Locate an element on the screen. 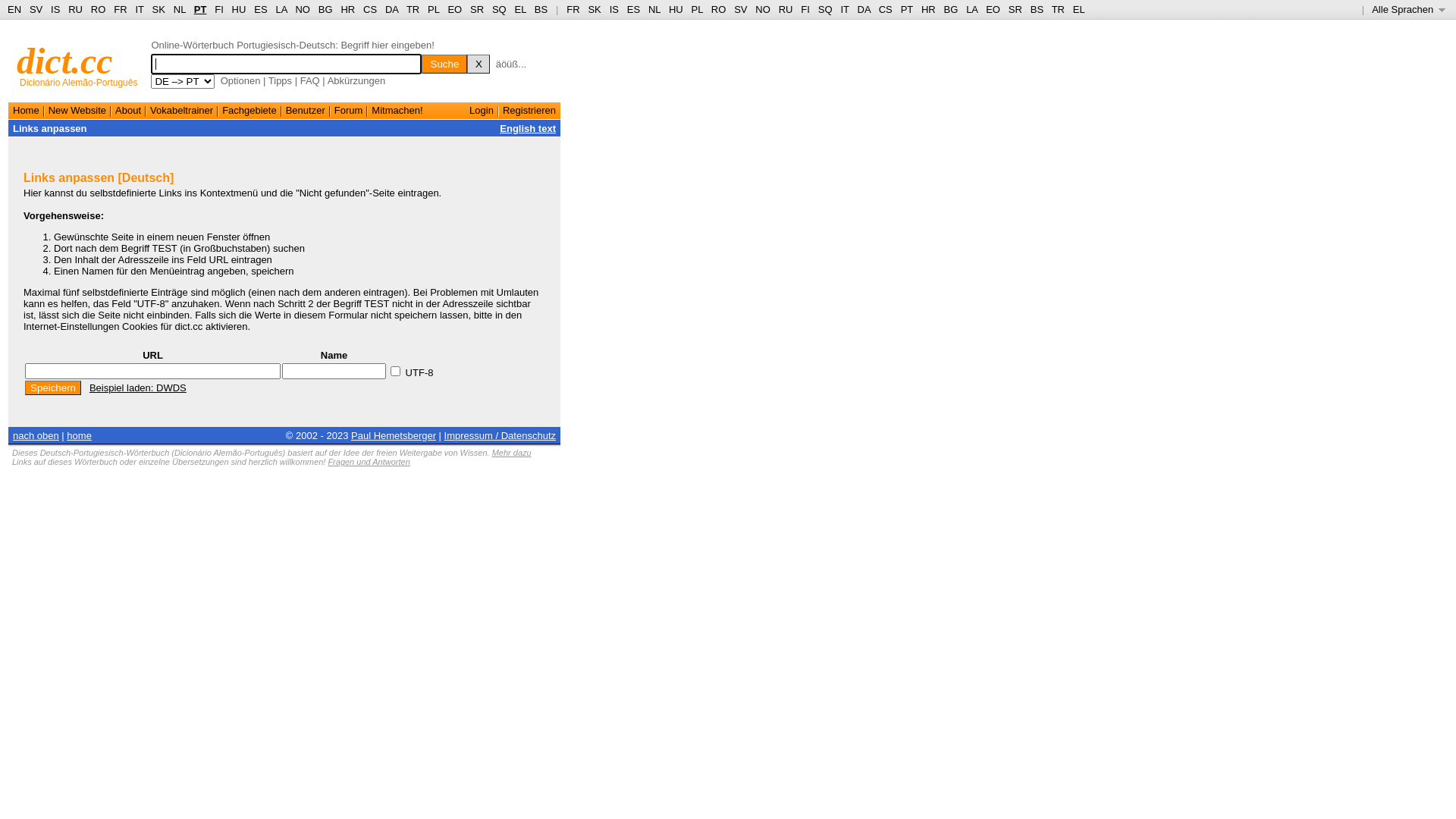 The width and height of the screenshot is (1456, 819). 'FI' is located at coordinates (800, 9).